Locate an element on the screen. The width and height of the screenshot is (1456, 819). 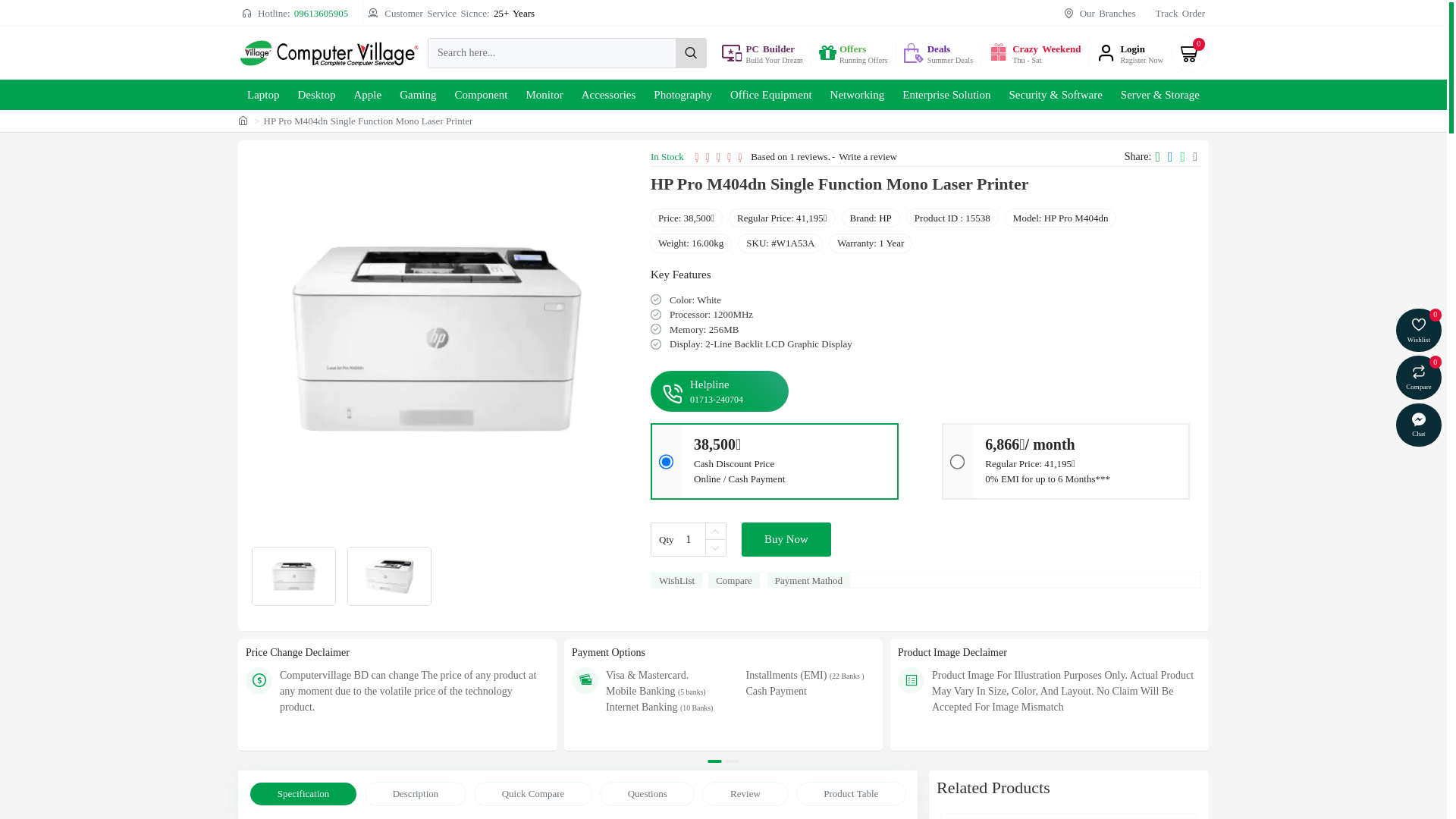
'WishList' is located at coordinates (651, 579).